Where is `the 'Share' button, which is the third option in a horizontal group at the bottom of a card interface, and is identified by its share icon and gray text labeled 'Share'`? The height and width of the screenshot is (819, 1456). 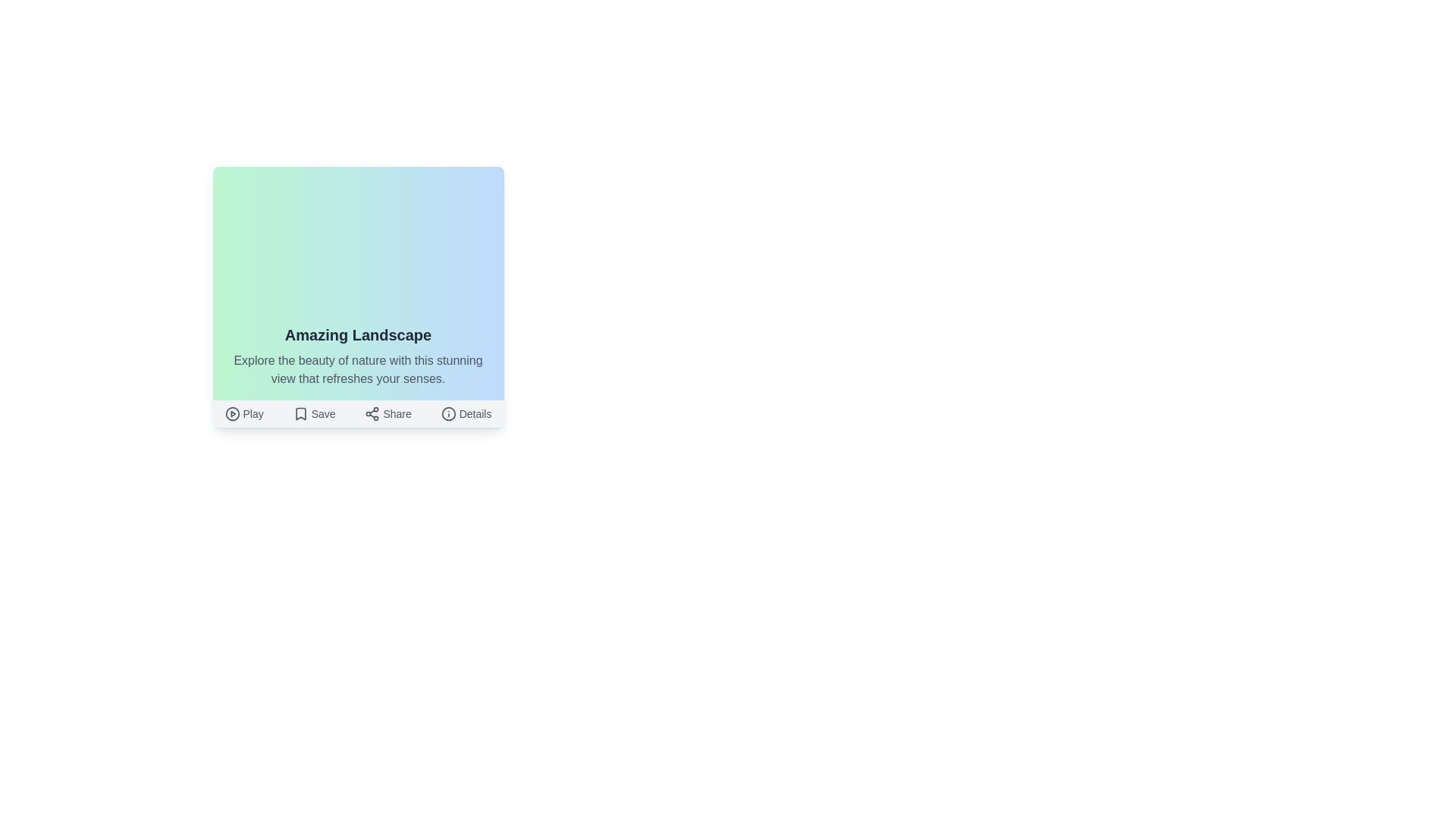 the 'Share' button, which is the third option in a horizontal group at the bottom of a card interface, and is identified by its share icon and gray text labeled 'Share' is located at coordinates (388, 414).